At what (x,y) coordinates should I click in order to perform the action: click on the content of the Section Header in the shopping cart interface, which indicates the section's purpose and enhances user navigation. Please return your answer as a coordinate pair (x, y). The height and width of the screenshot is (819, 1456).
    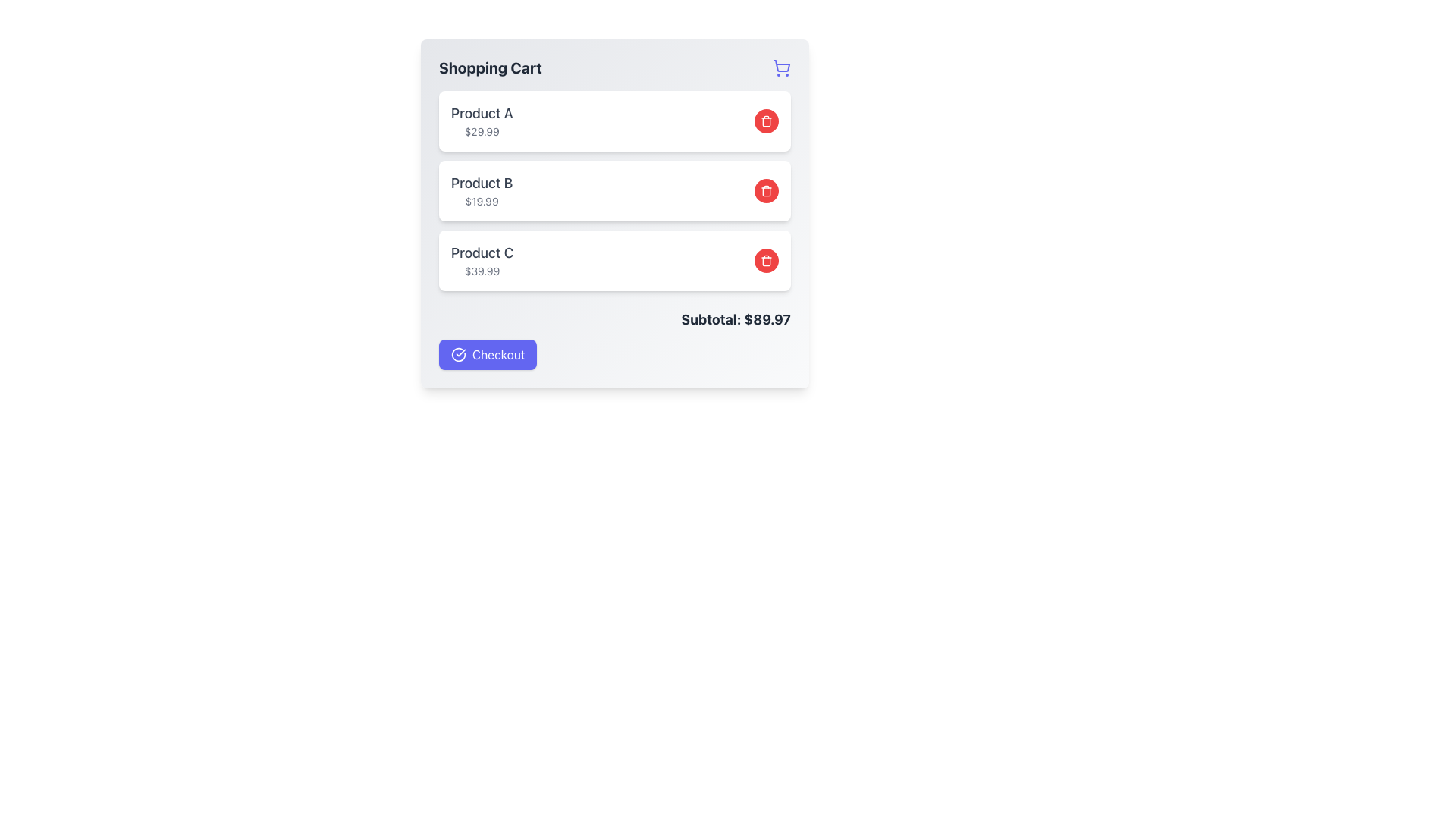
    Looking at the image, I should click on (615, 67).